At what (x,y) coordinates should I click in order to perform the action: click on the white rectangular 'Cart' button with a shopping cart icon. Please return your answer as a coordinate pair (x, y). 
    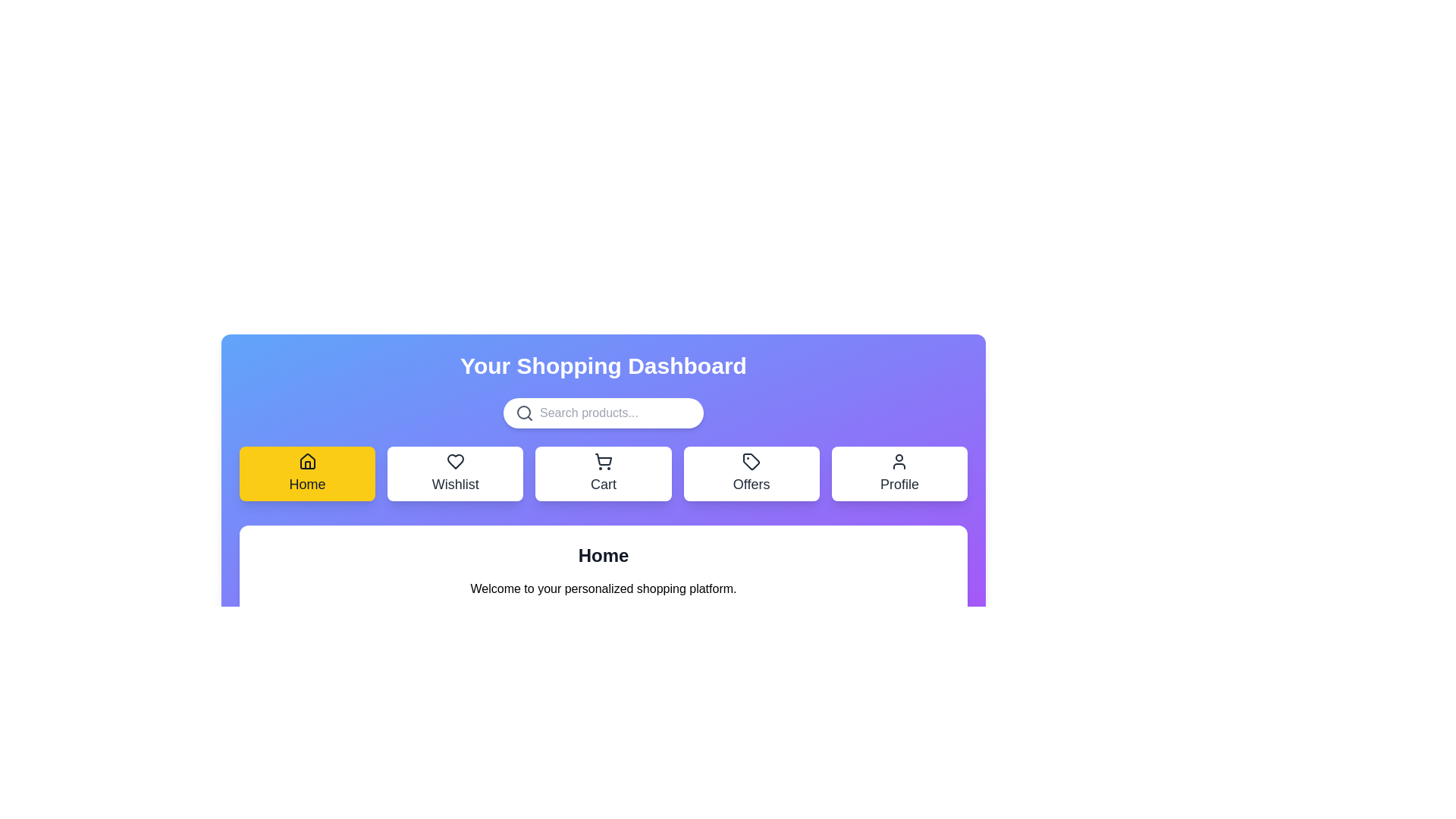
    Looking at the image, I should click on (603, 472).